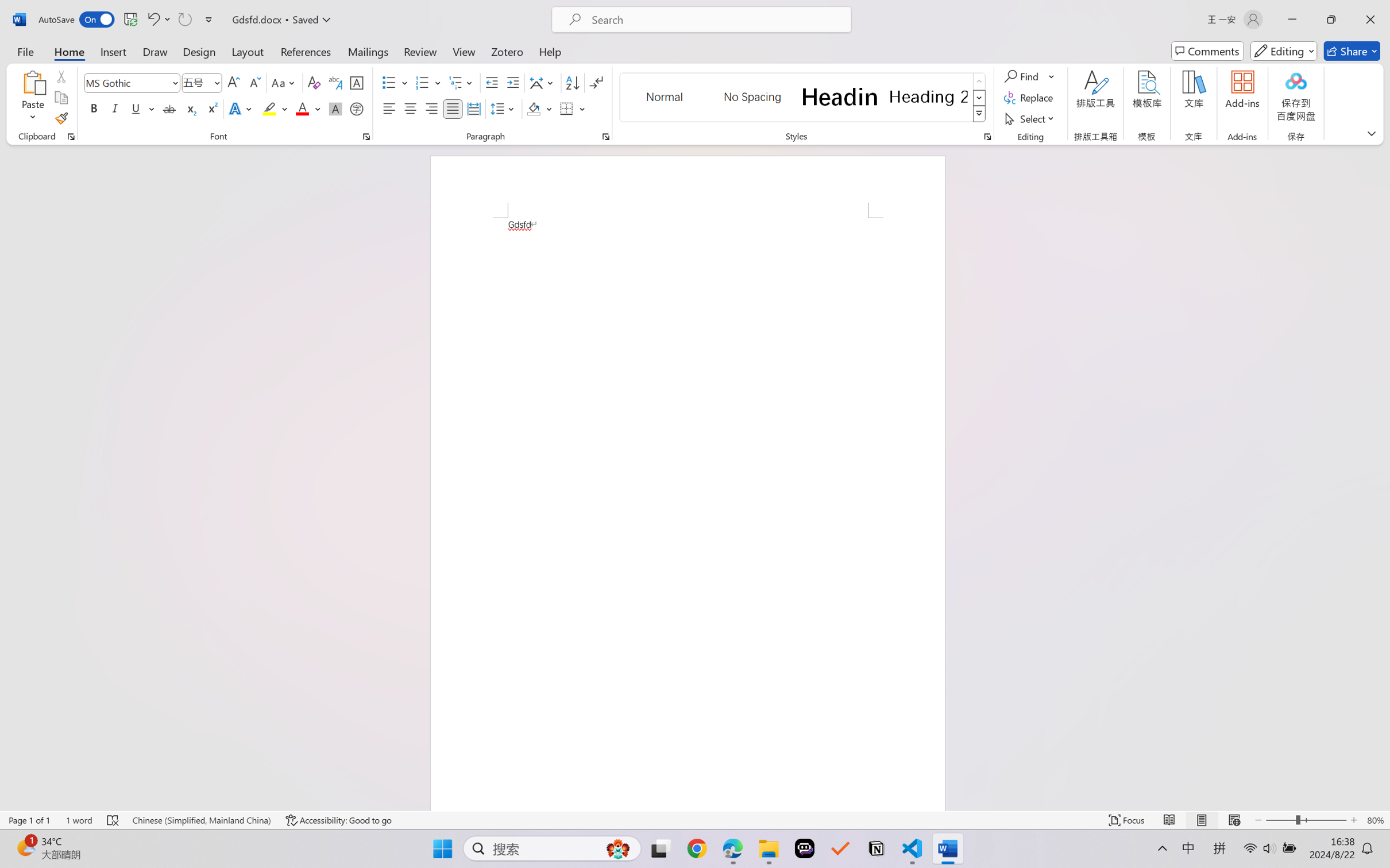  I want to click on 'Zoom 80%', so click(1375, 820).